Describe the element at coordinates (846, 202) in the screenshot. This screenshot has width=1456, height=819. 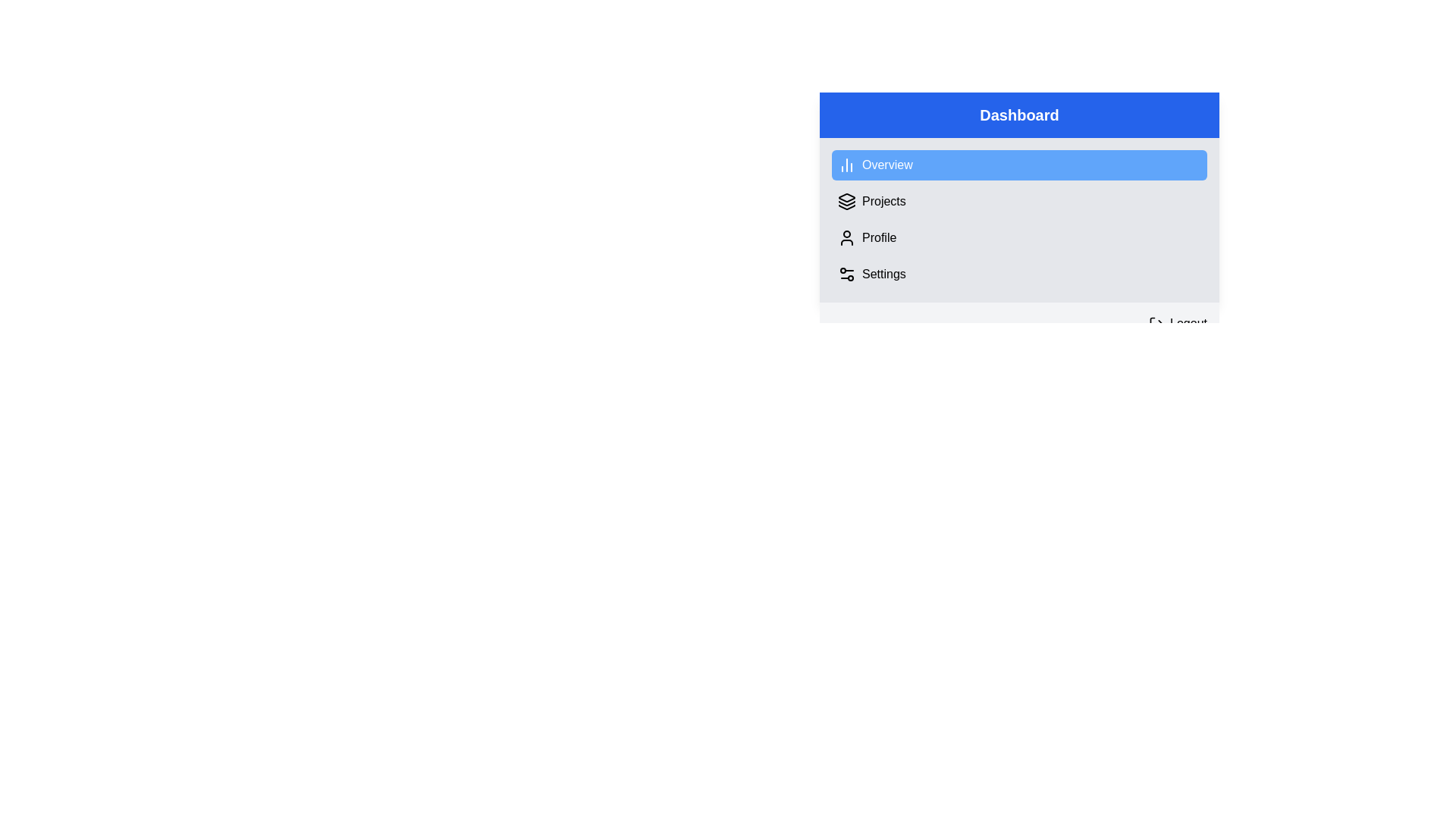
I see `the middle layer of the decorative graphical element within the SVG icon located in the left sidebar of the navigational menu` at that location.